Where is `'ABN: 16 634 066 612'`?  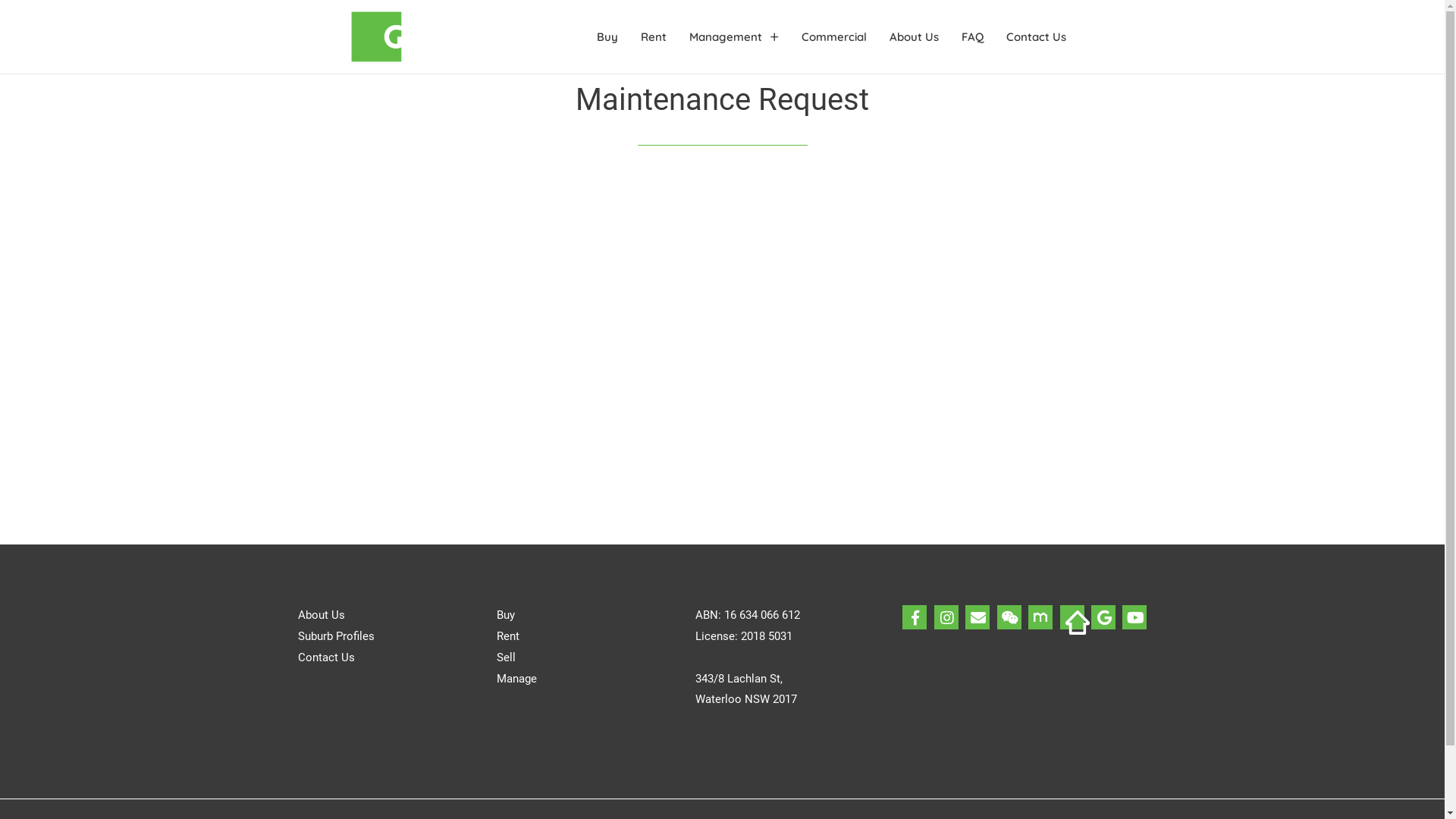
'ABN: 16 634 066 612' is located at coordinates (747, 614).